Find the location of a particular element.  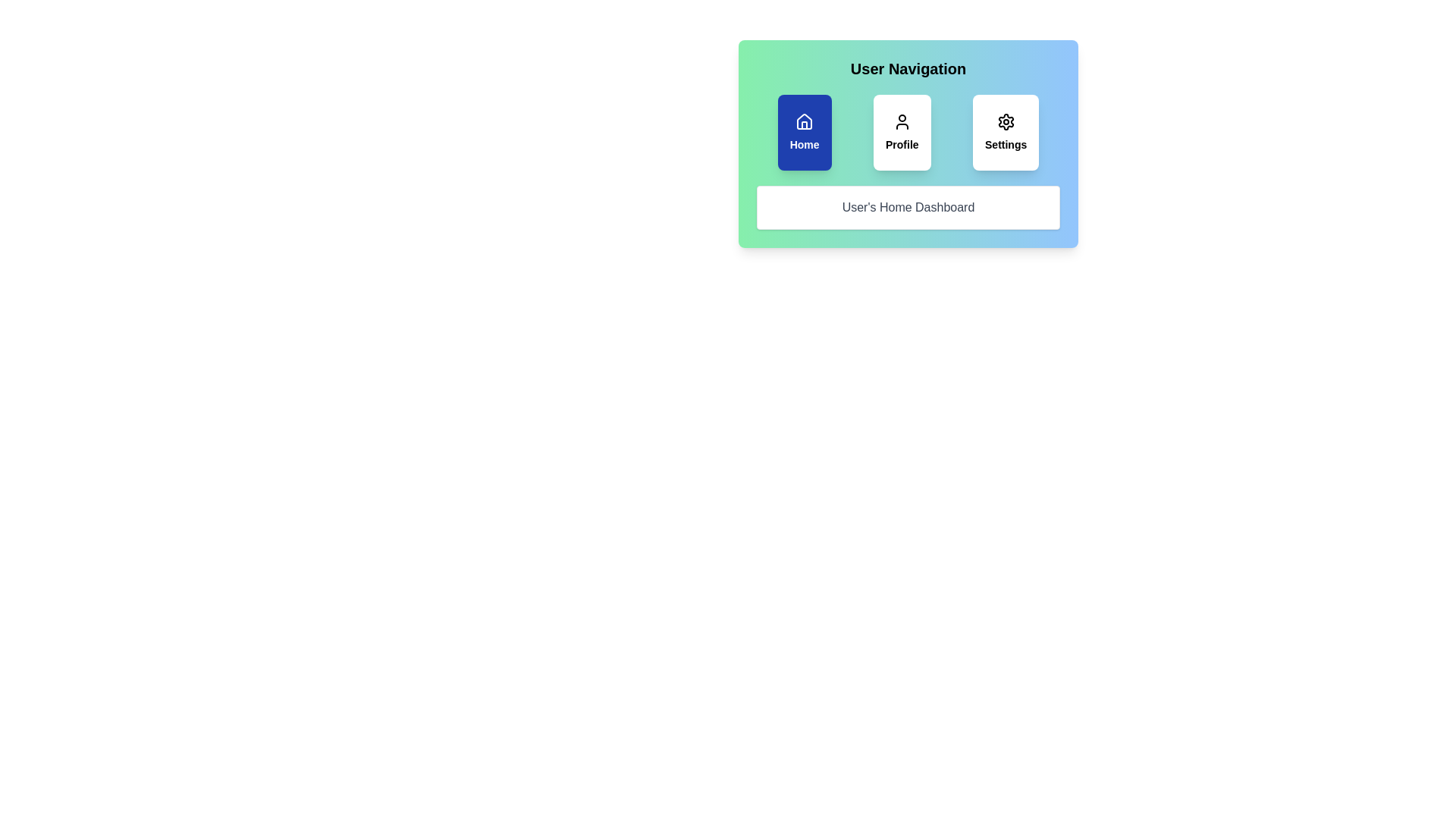

the Profile tab by clicking on its respective button is located at coordinates (902, 131).